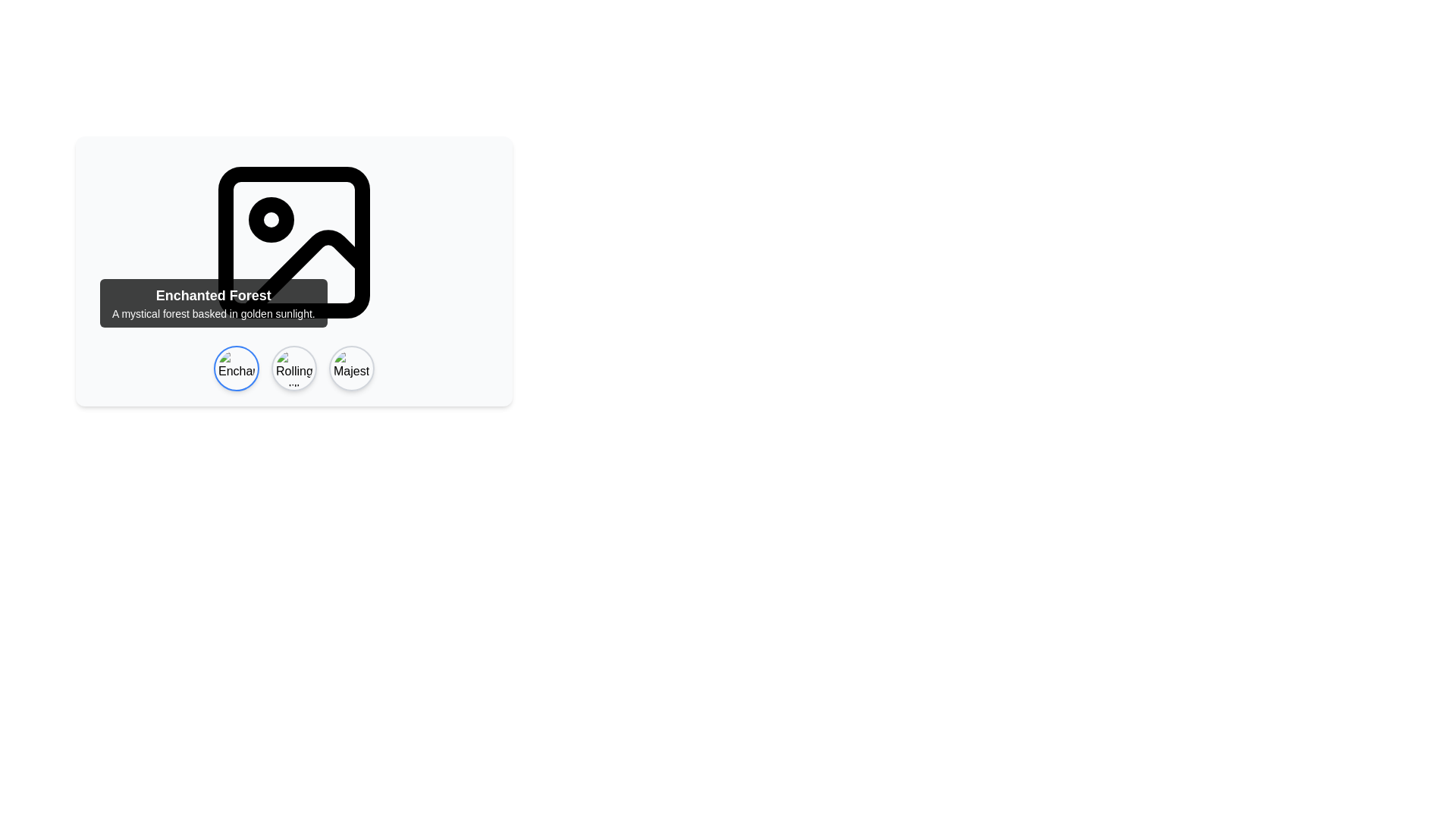 The width and height of the screenshot is (1456, 819). Describe the element at coordinates (294, 271) in the screenshot. I see `the Media icon depicting an abstract image with the title 'Enchanted Forest' and subtitle 'A mystical forest basked in golden sunlight' to interact with it` at that location.